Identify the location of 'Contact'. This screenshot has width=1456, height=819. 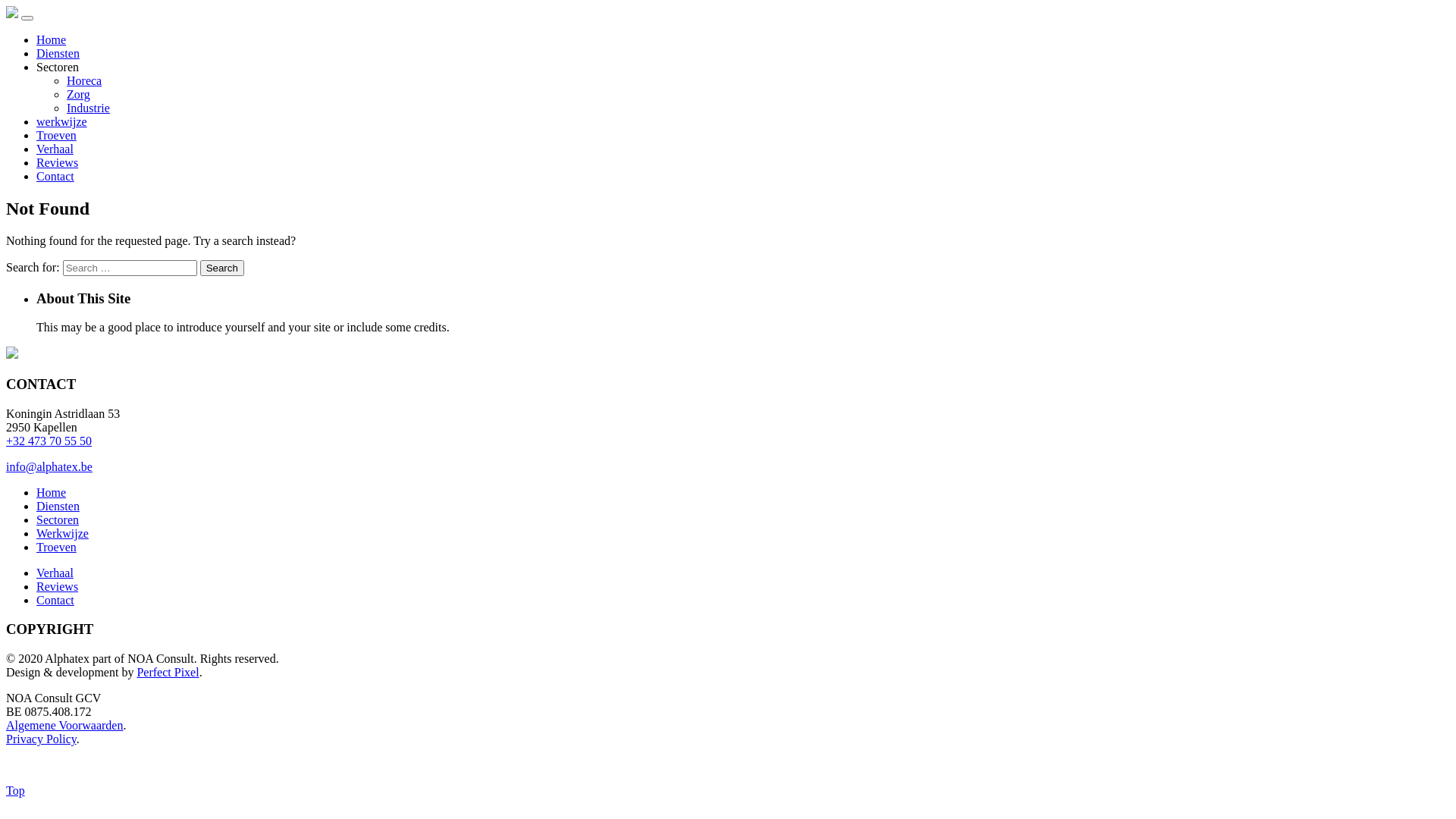
(55, 175).